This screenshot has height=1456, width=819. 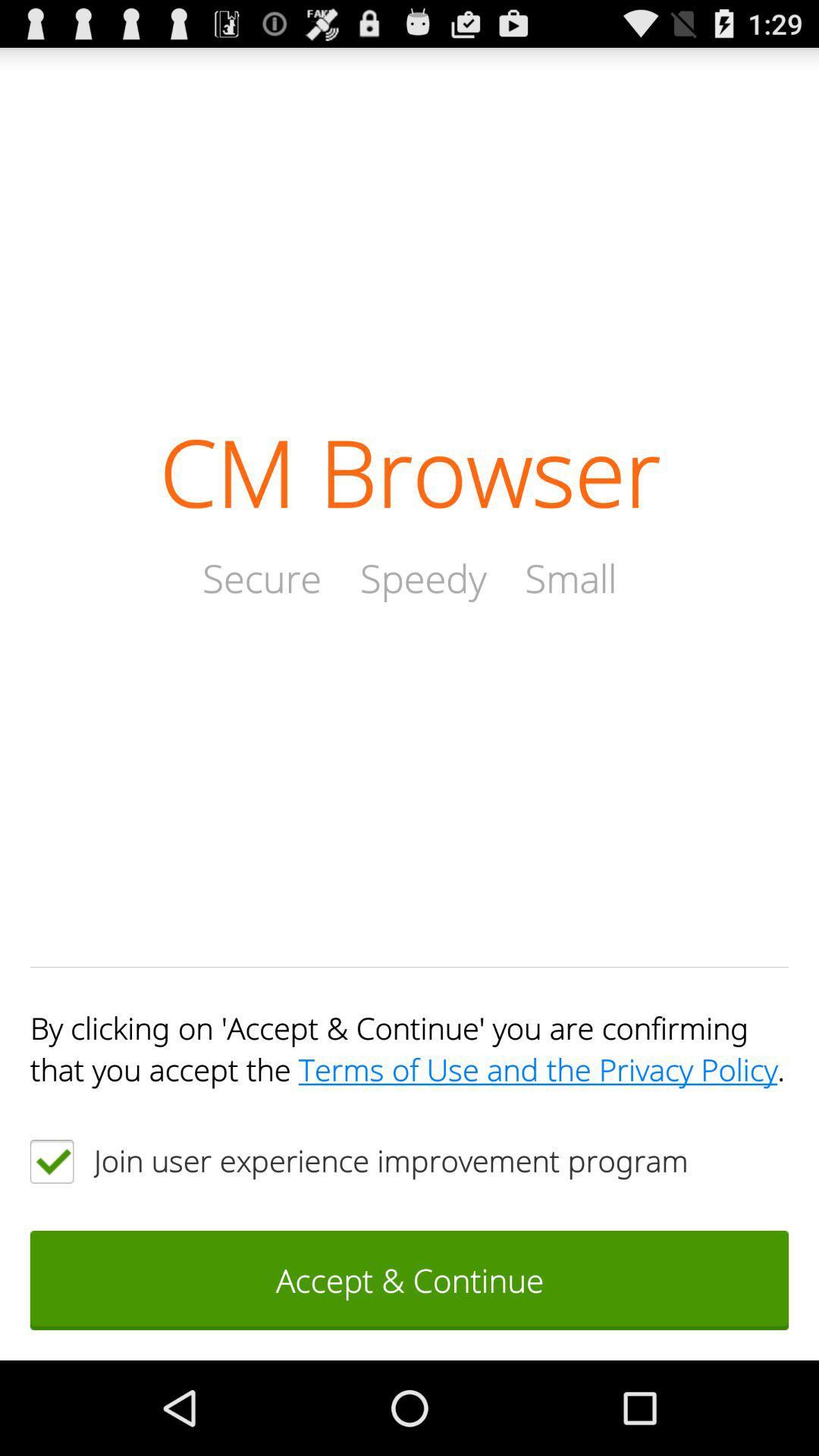 I want to click on the item to the left of the join user experience icon, so click(x=51, y=1160).